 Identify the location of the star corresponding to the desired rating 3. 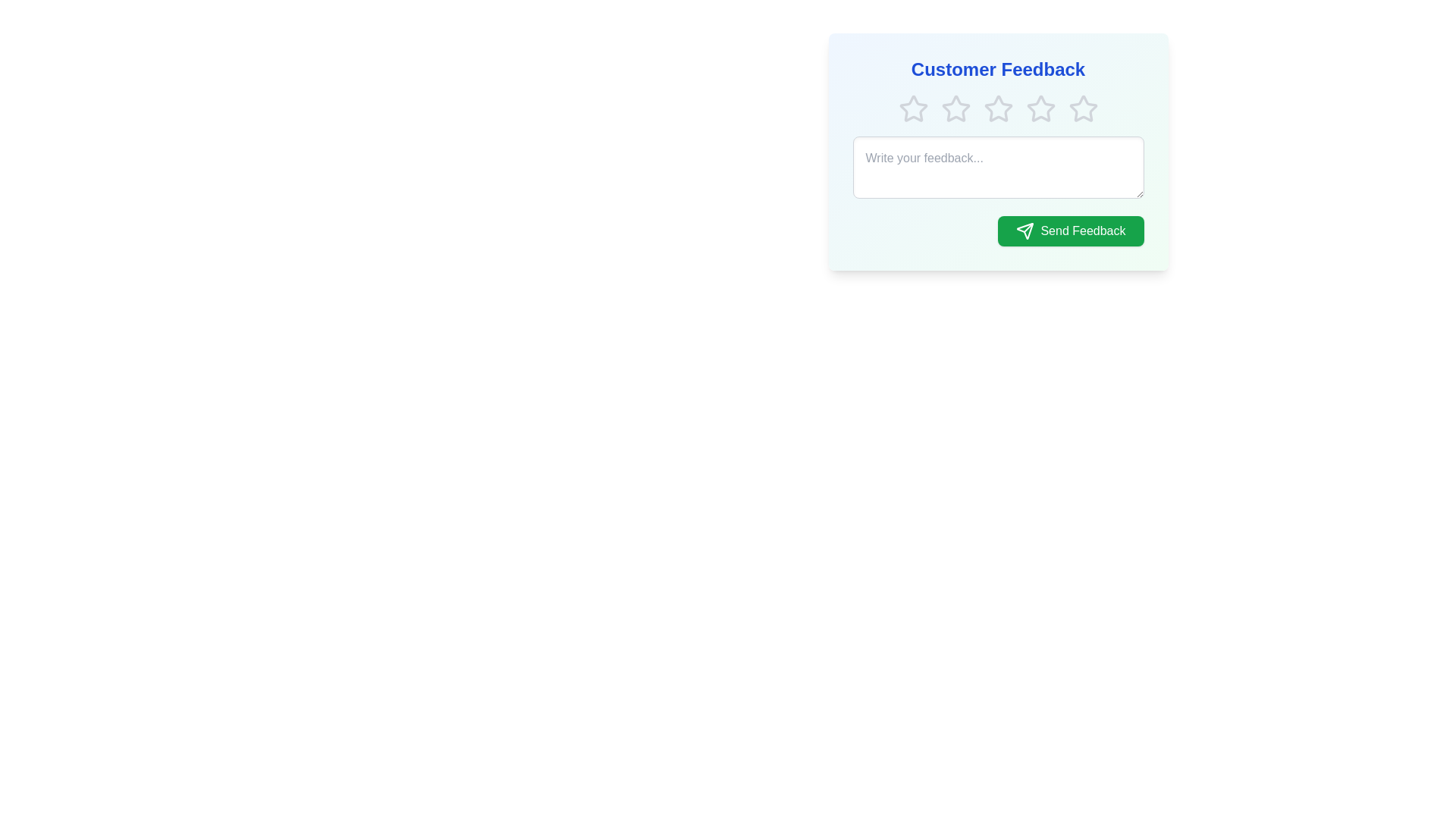
(998, 108).